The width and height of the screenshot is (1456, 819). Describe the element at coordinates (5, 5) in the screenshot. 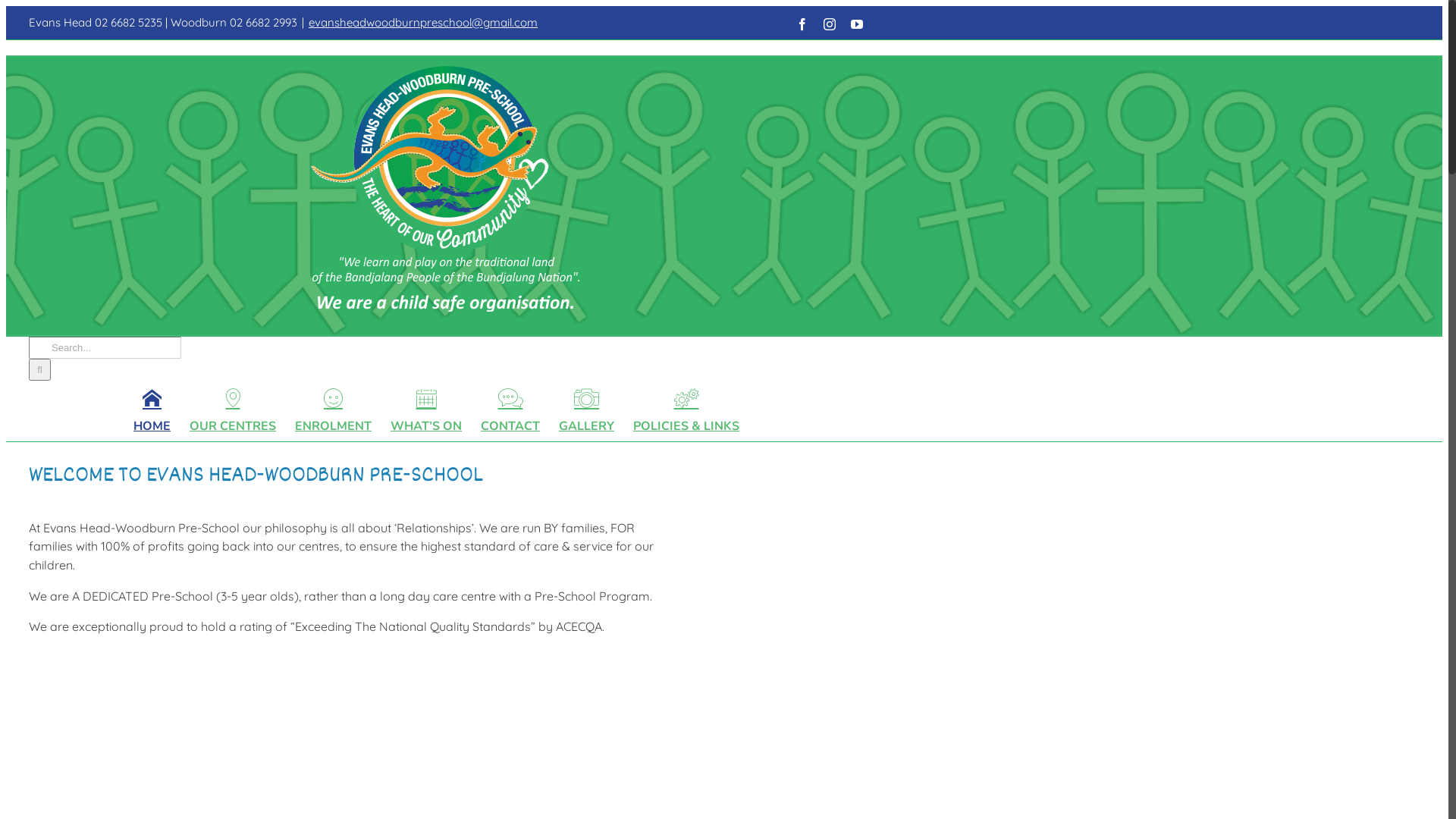

I see `'Skip to content'` at that location.